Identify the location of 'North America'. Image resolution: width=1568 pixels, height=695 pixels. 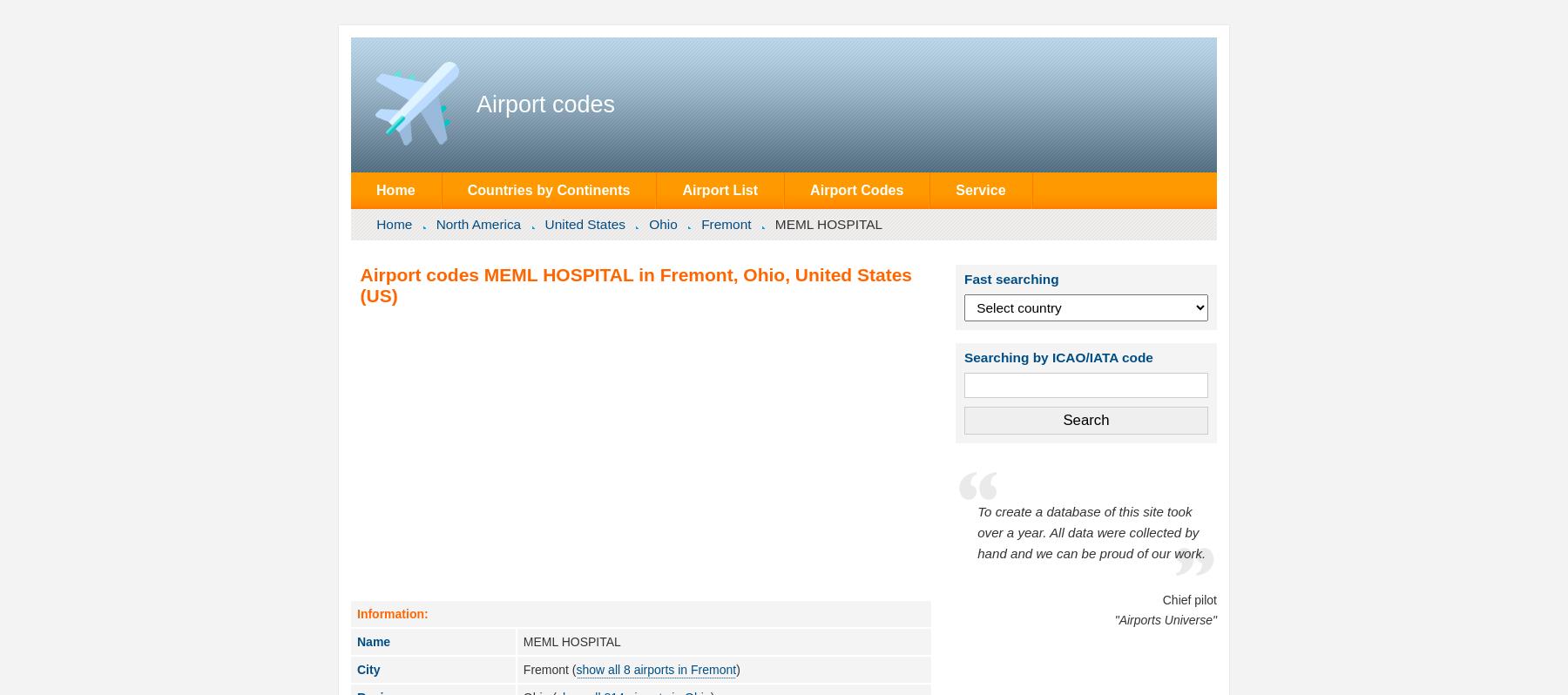
(477, 223).